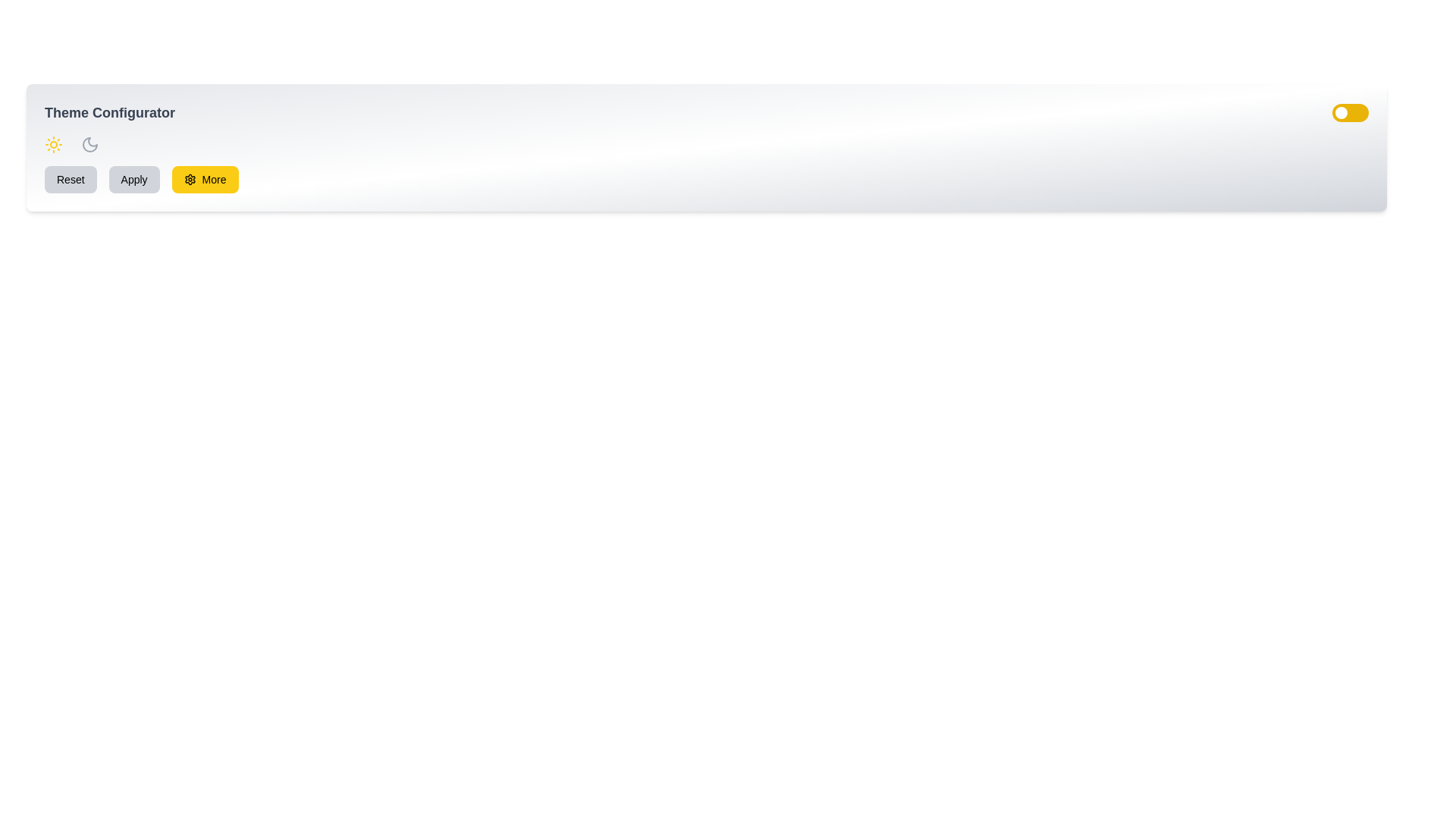 The width and height of the screenshot is (1456, 819). I want to click on the toggle switch, so click(1345, 112).